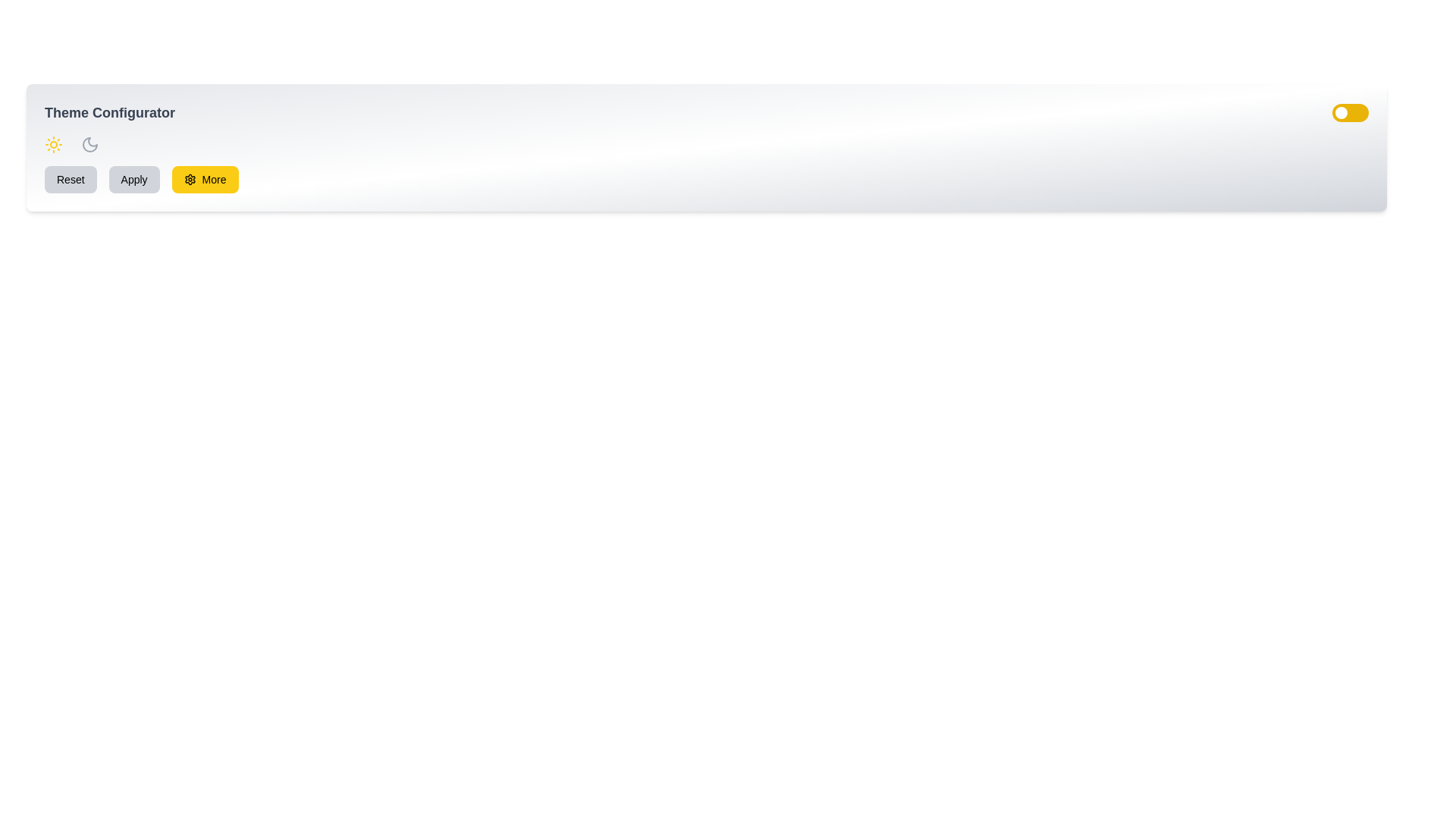 The width and height of the screenshot is (1456, 819). I want to click on the toggle switch, so click(1345, 112).